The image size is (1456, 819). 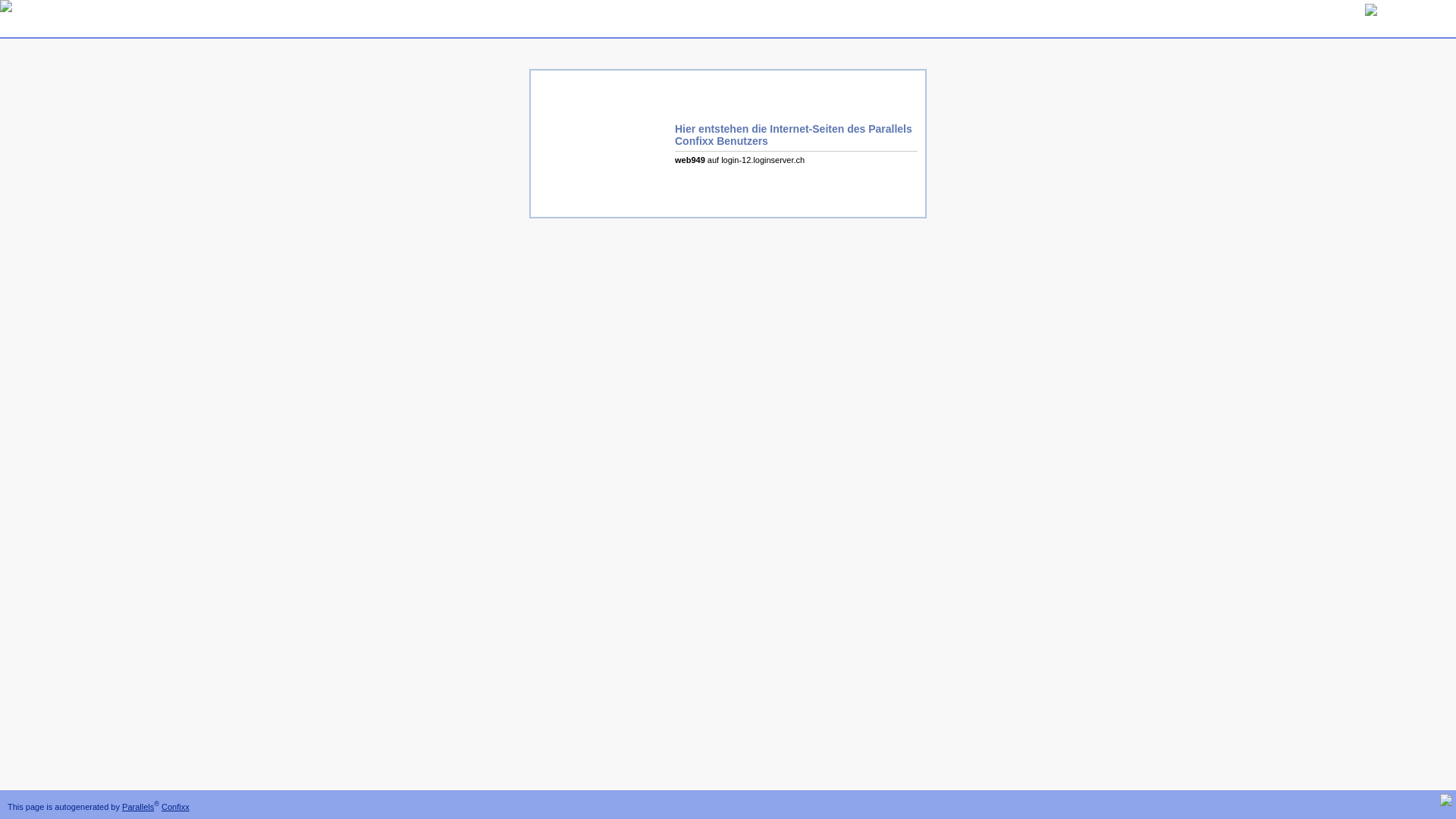 What do you see at coordinates (175, 806) in the screenshot?
I see `'Confixx'` at bounding box center [175, 806].